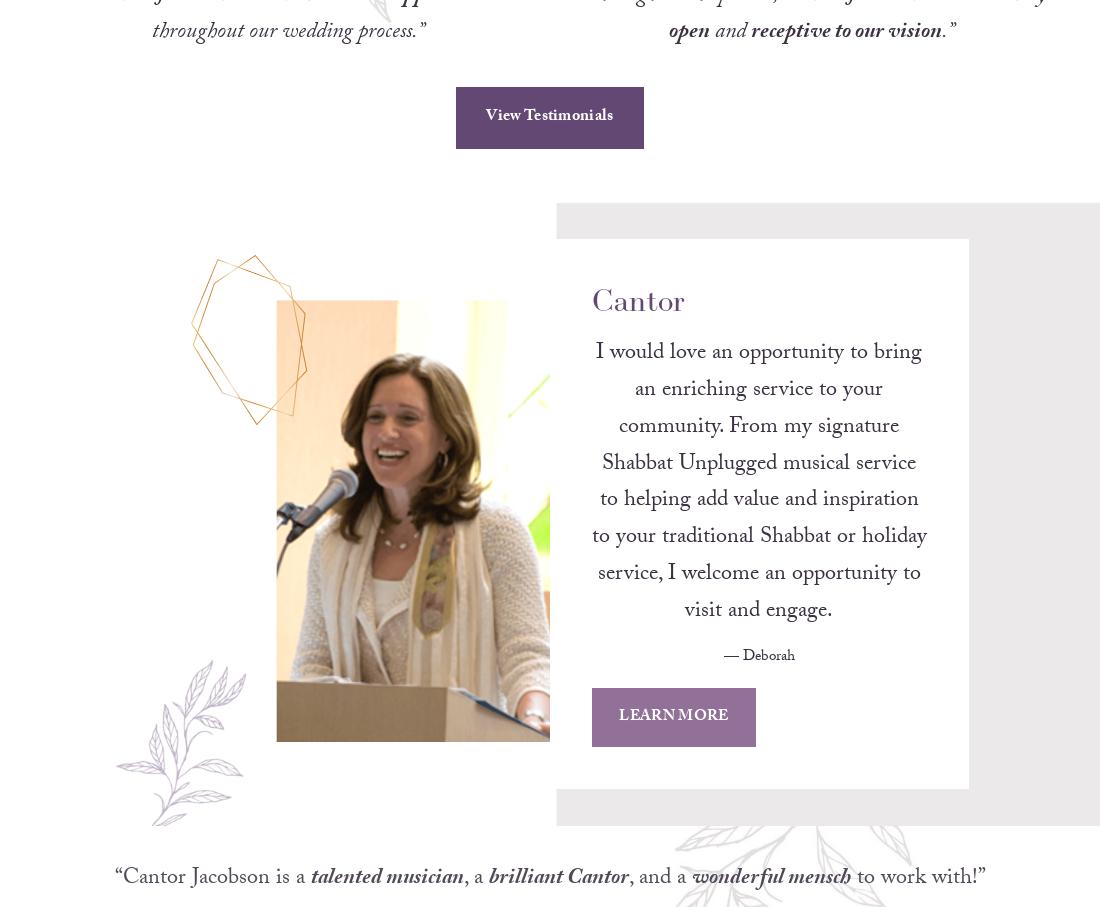  I want to click on '“Throughout the process, Cantor Jacobson was', so click(768, 21).